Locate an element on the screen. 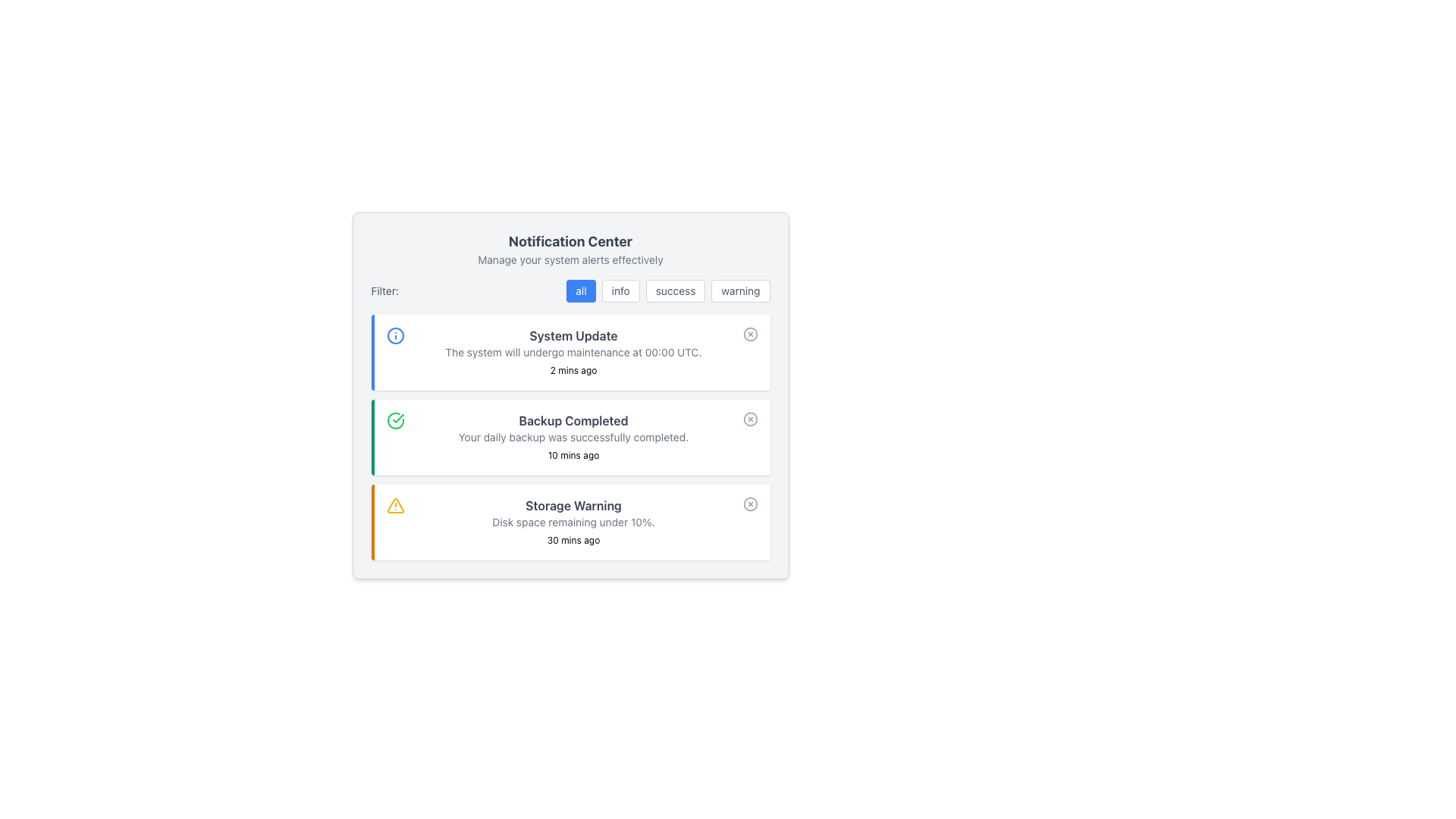 This screenshot has height=819, width=1456. the 'success' button in the notification filter section to change its background color is located at coordinates (675, 291).